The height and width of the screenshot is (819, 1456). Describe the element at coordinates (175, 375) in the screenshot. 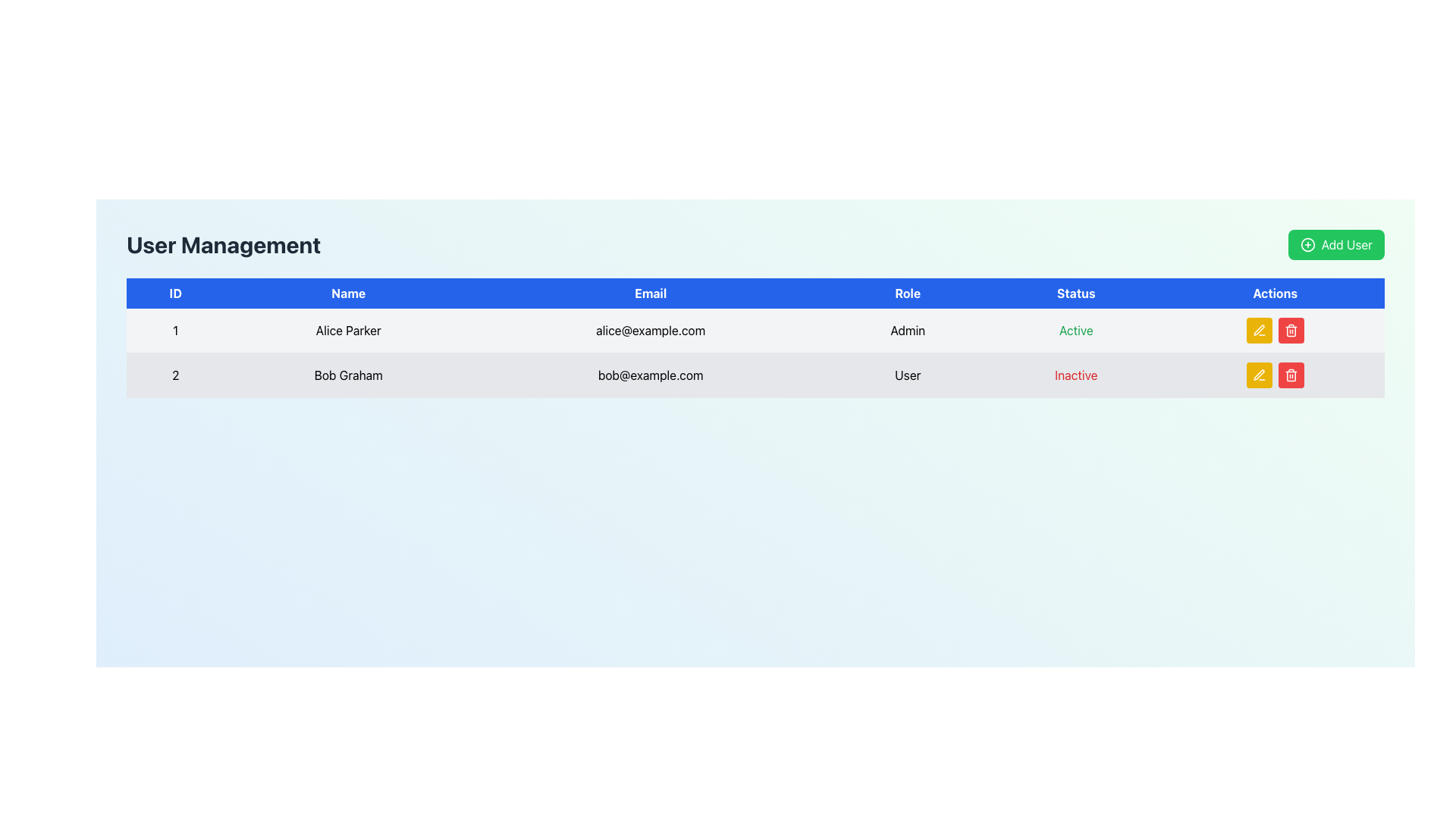

I see `the text within the table cell containing '2' in the 'User Management' table, which is styled with a light-gray background and located in the first column of the second row corresponding to user 'Bob Graham'` at that location.